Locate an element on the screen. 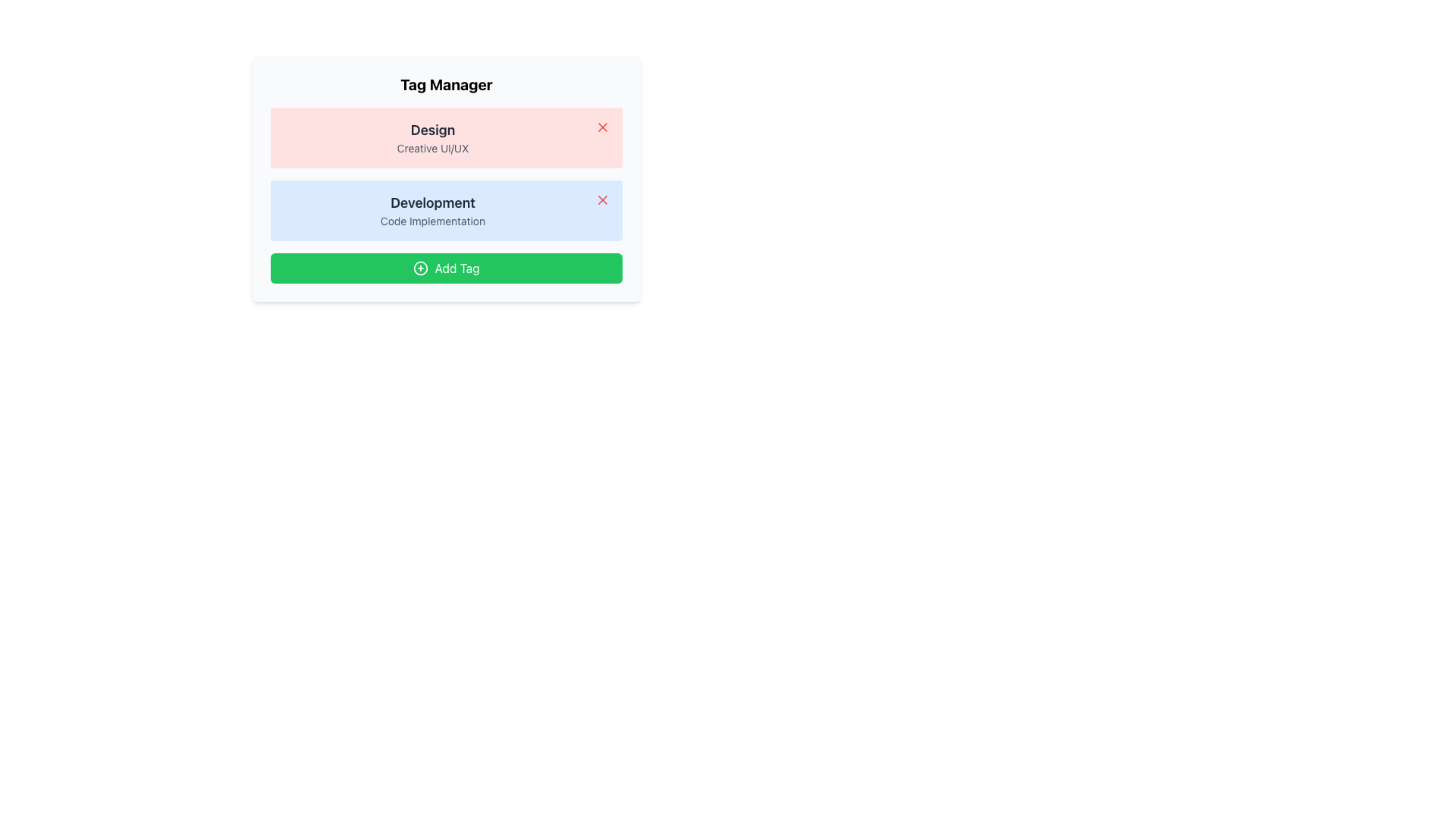 The width and height of the screenshot is (1456, 819). text element serving as the title or label indicating a category or section header related to 'Design', located at the top-center of the display area is located at coordinates (432, 130).